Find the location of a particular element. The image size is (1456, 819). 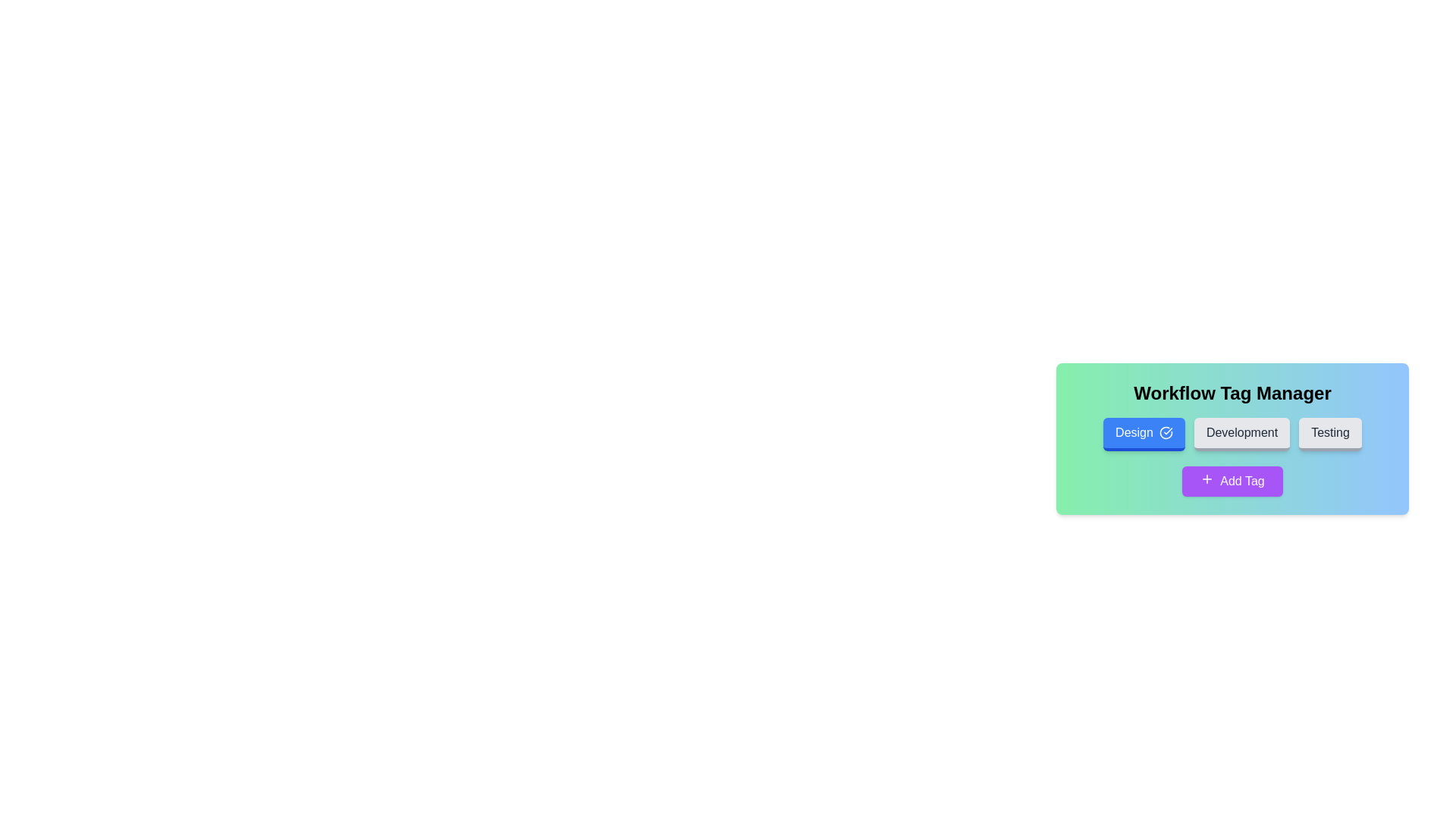

the tag Design is located at coordinates (1144, 435).